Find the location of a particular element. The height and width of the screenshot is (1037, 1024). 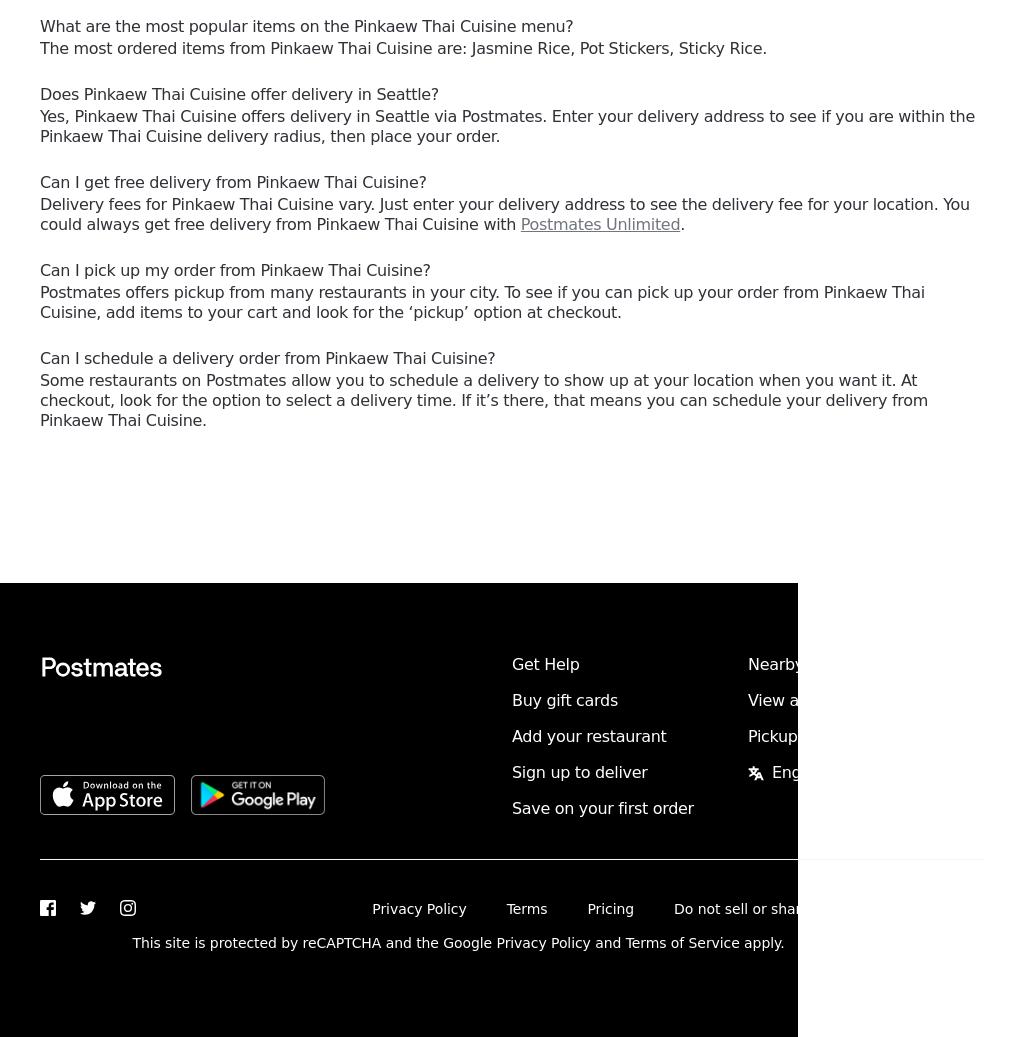

'.' is located at coordinates (681, 223).